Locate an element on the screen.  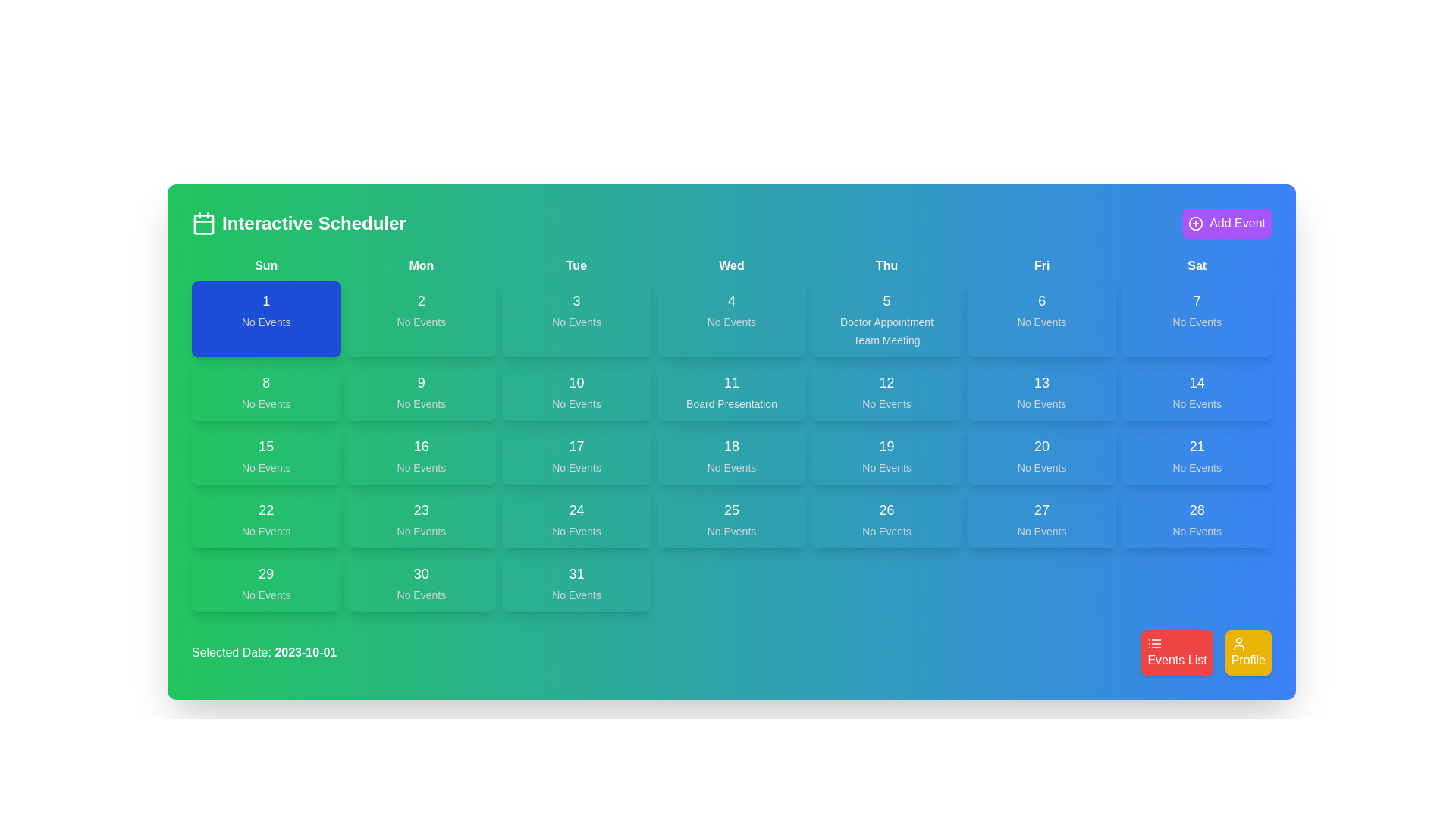
the static label indicating the day number '19' in the Thursday column of the weekly calendar grid is located at coordinates (886, 446).